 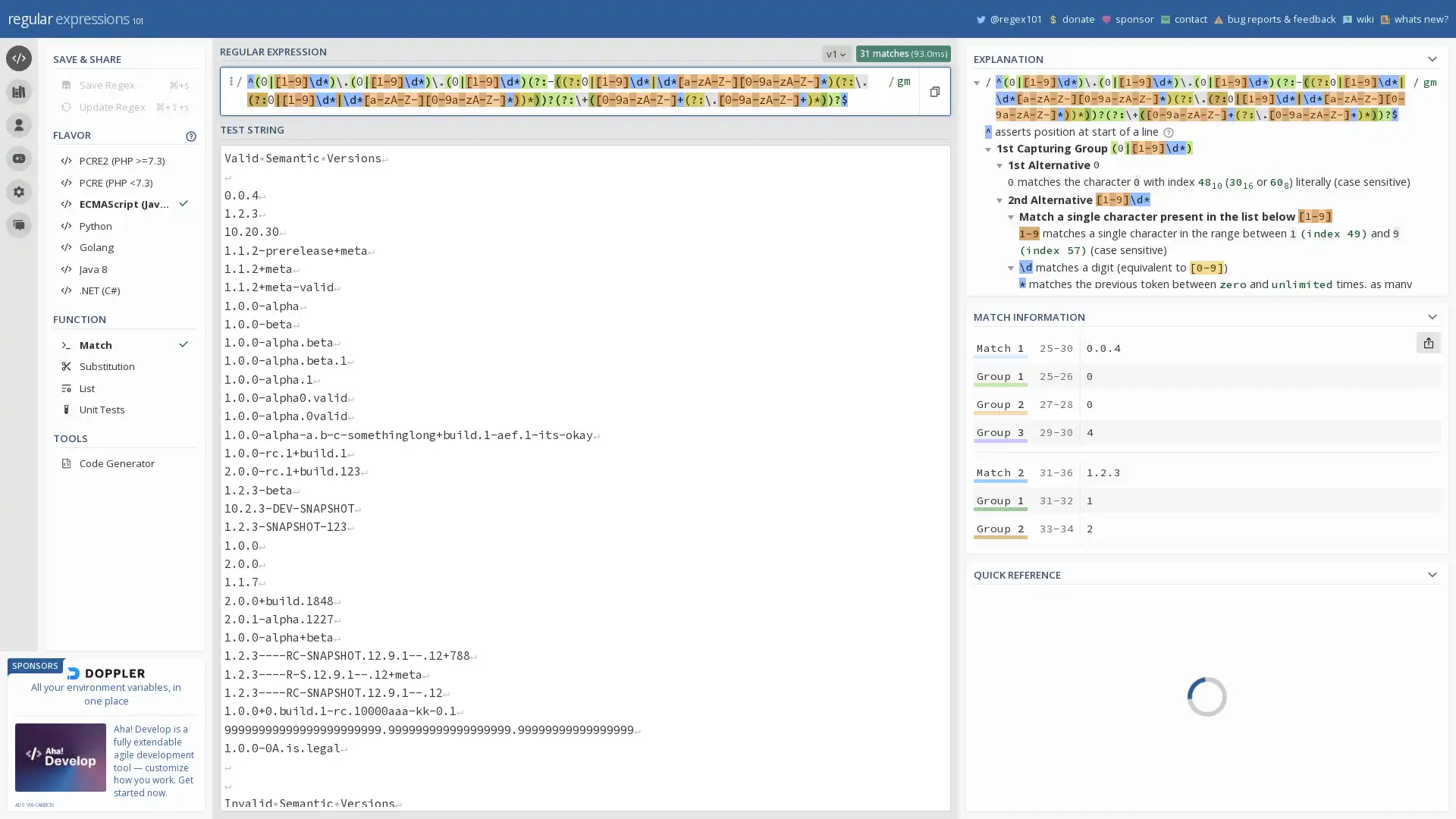 I want to click on A character in the range: a-z or A-Z [a-zA-Z], so click(x=1282, y=687).